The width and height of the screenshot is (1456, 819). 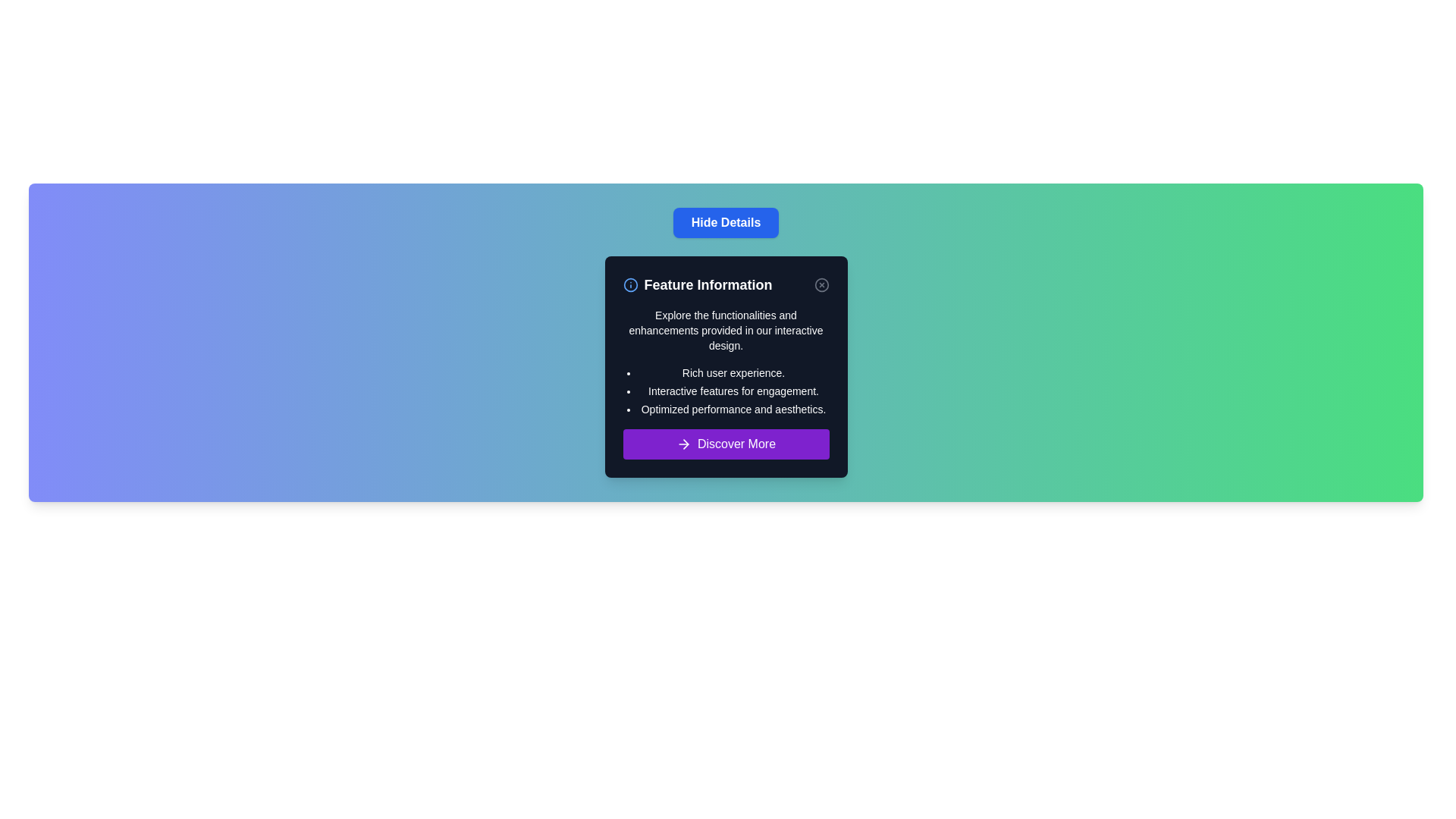 What do you see at coordinates (725, 284) in the screenshot?
I see `the text header at the center of the card` at bounding box center [725, 284].